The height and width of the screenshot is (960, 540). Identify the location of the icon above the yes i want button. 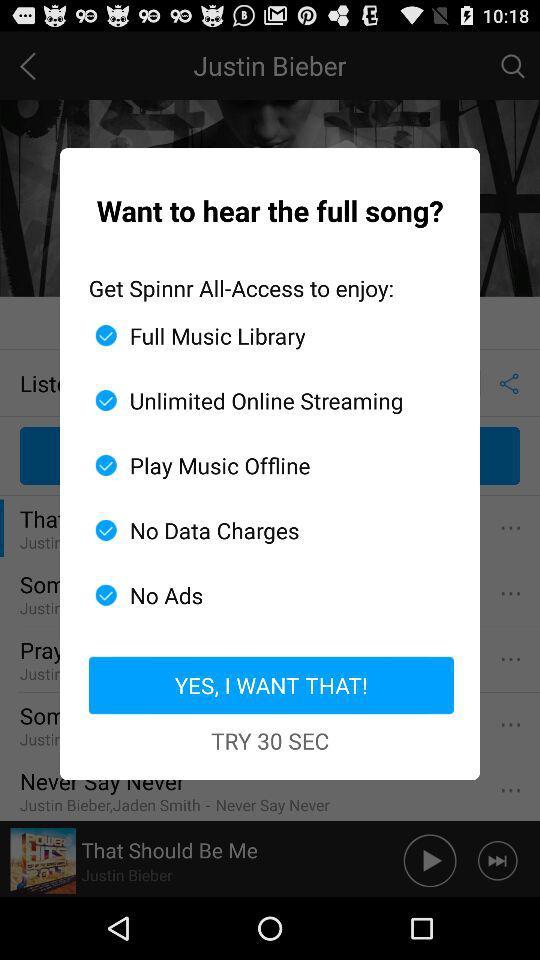
(262, 595).